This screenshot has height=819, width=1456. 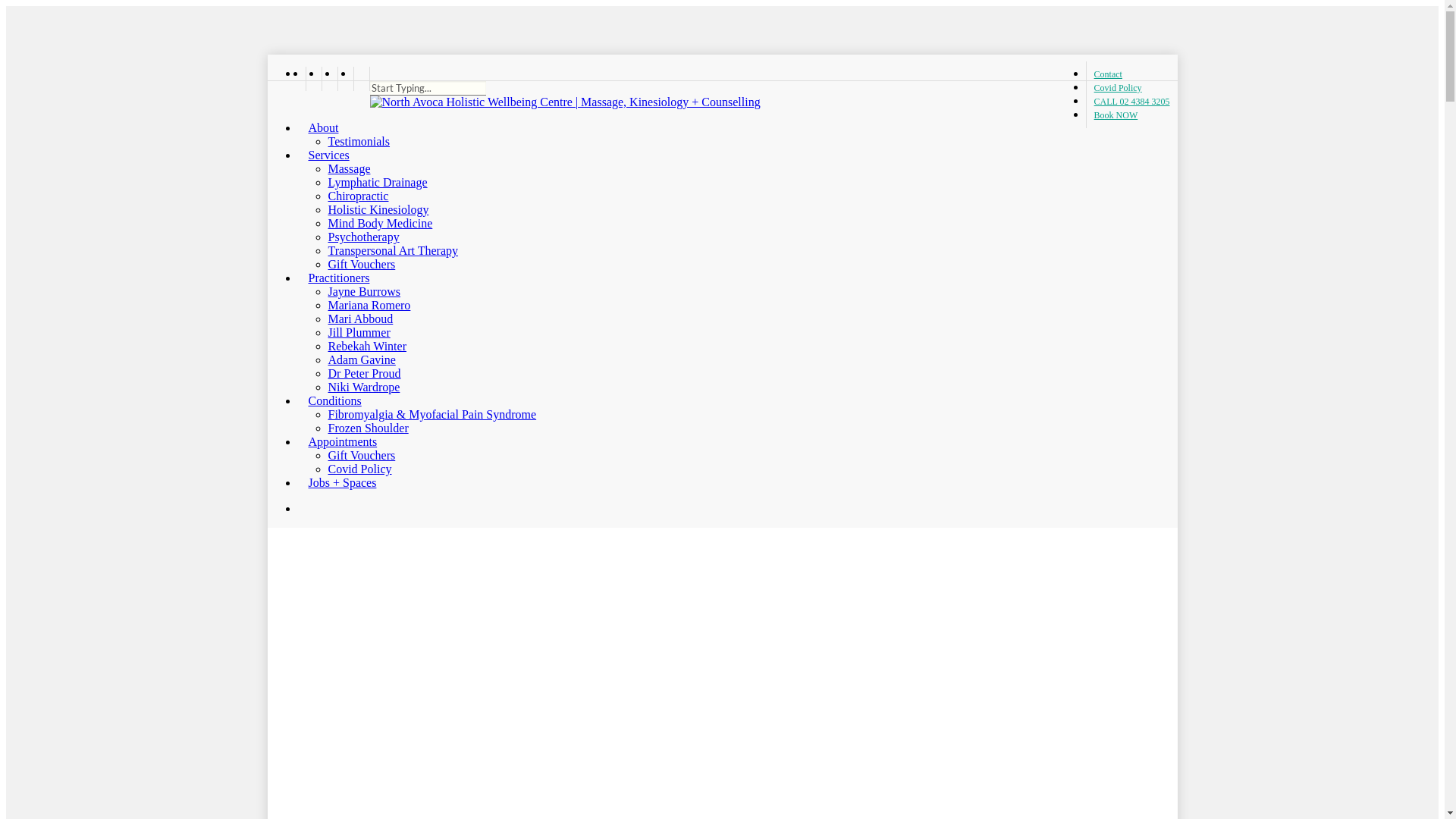 I want to click on 'Covid Policy', so click(x=359, y=468).